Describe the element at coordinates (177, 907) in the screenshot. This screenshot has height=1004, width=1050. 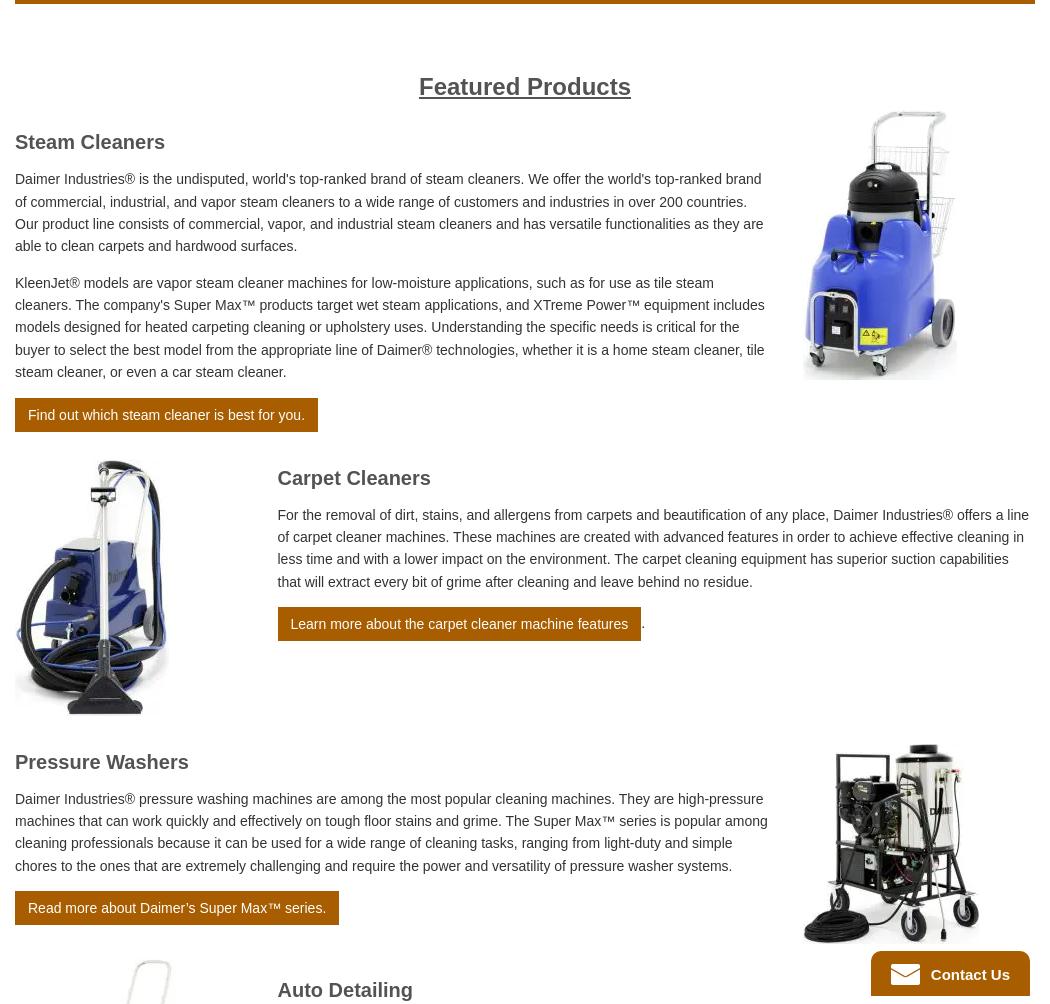
I see `'Read more about Daimer’s Super Max™ series.'` at that location.